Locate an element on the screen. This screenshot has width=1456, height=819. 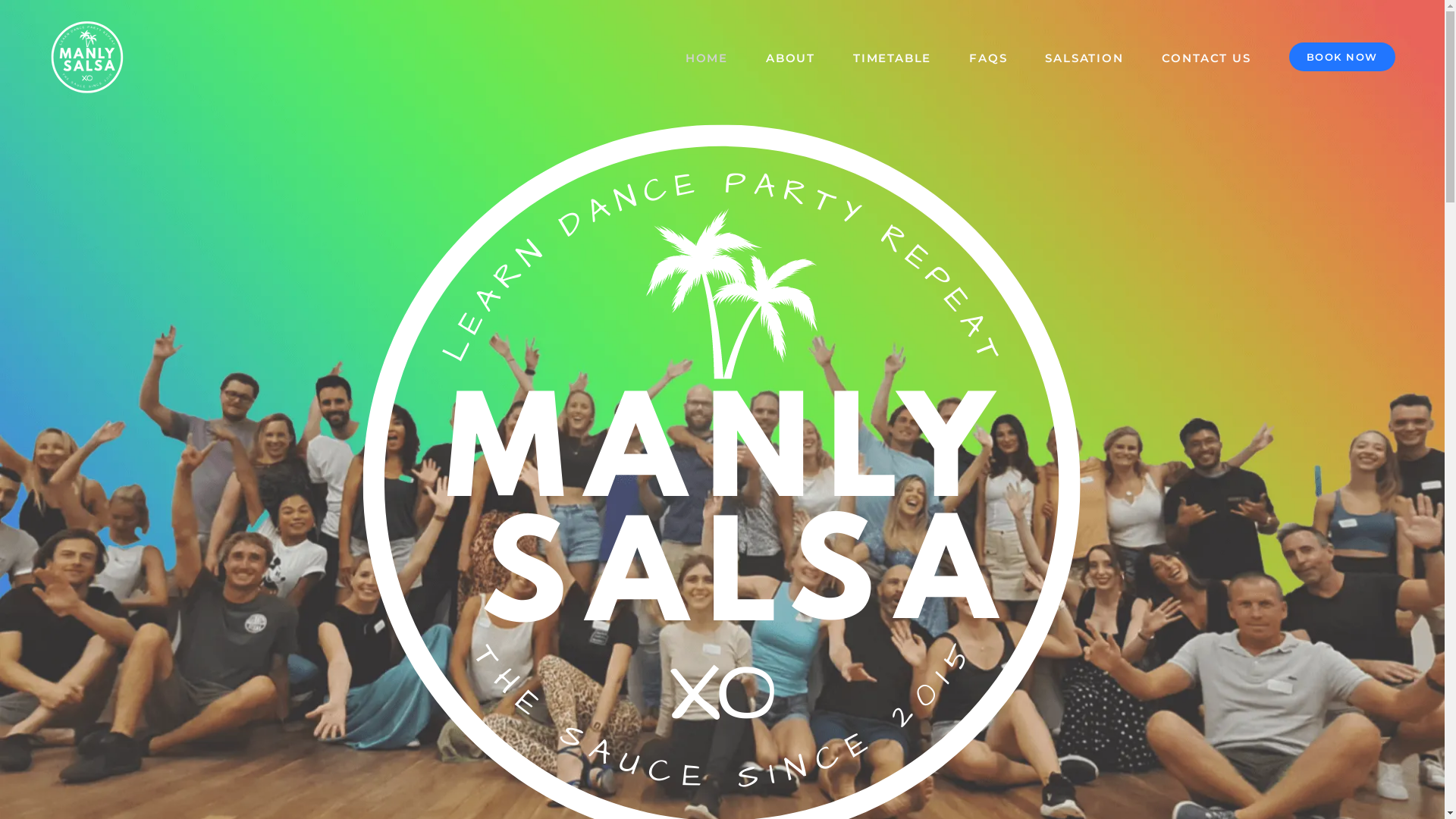
'FAQS' is located at coordinates (987, 55).